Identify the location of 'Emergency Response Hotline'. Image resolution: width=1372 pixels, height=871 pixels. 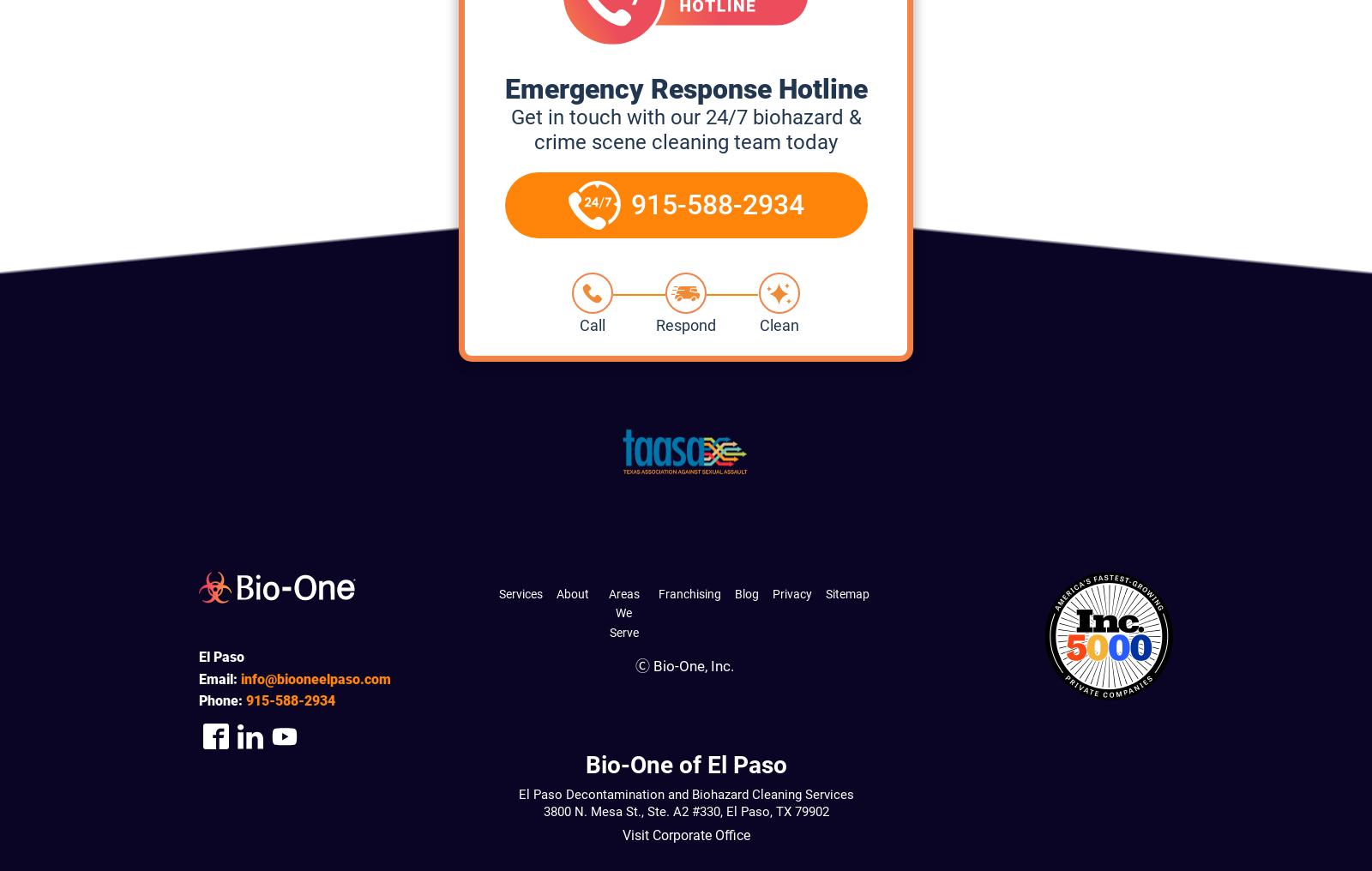
(685, 88).